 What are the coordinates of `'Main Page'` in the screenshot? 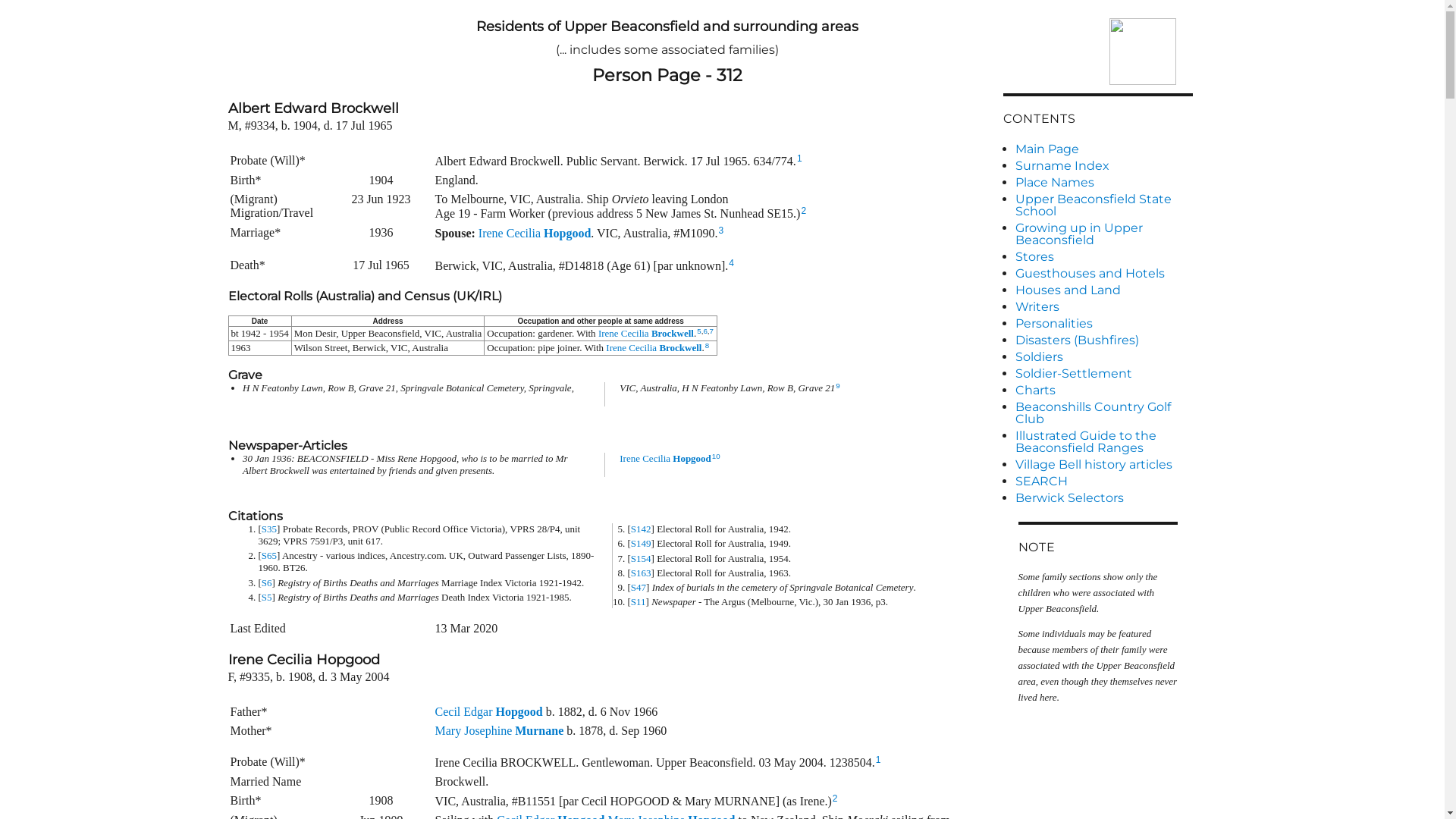 It's located at (1103, 149).